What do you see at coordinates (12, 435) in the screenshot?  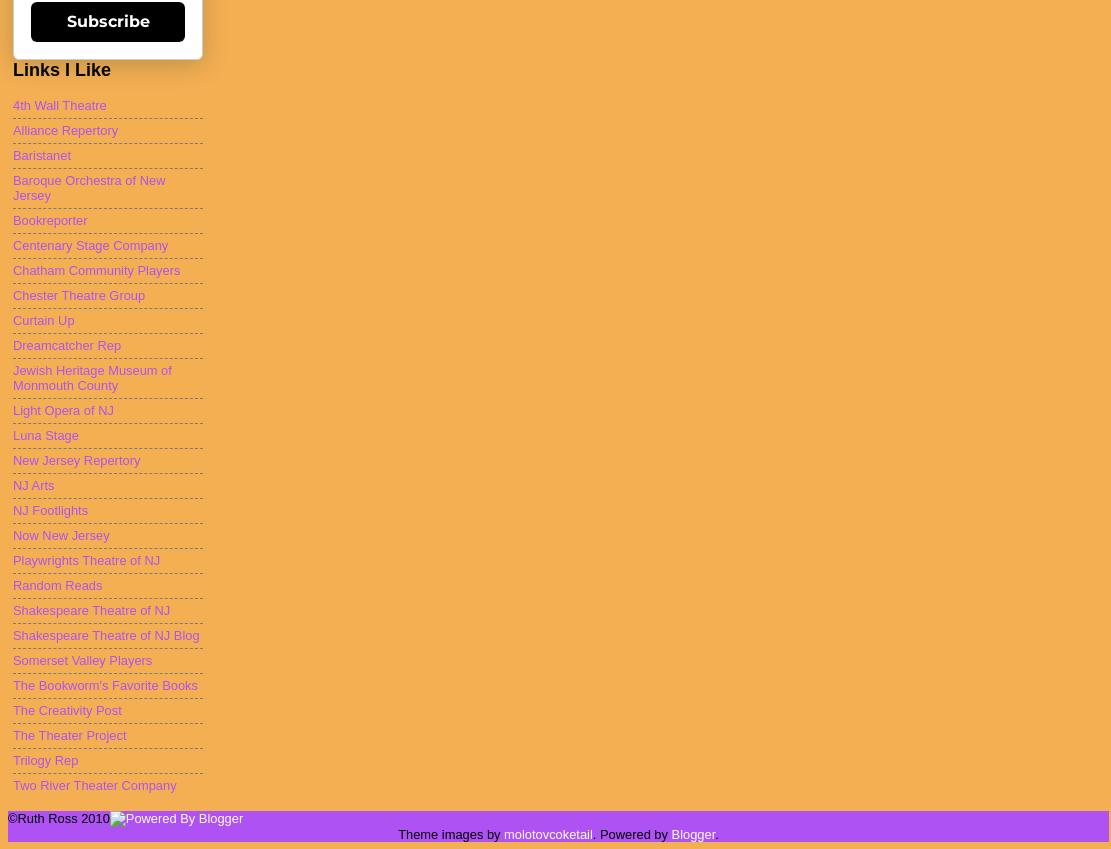 I see `'Luna Stage'` at bounding box center [12, 435].